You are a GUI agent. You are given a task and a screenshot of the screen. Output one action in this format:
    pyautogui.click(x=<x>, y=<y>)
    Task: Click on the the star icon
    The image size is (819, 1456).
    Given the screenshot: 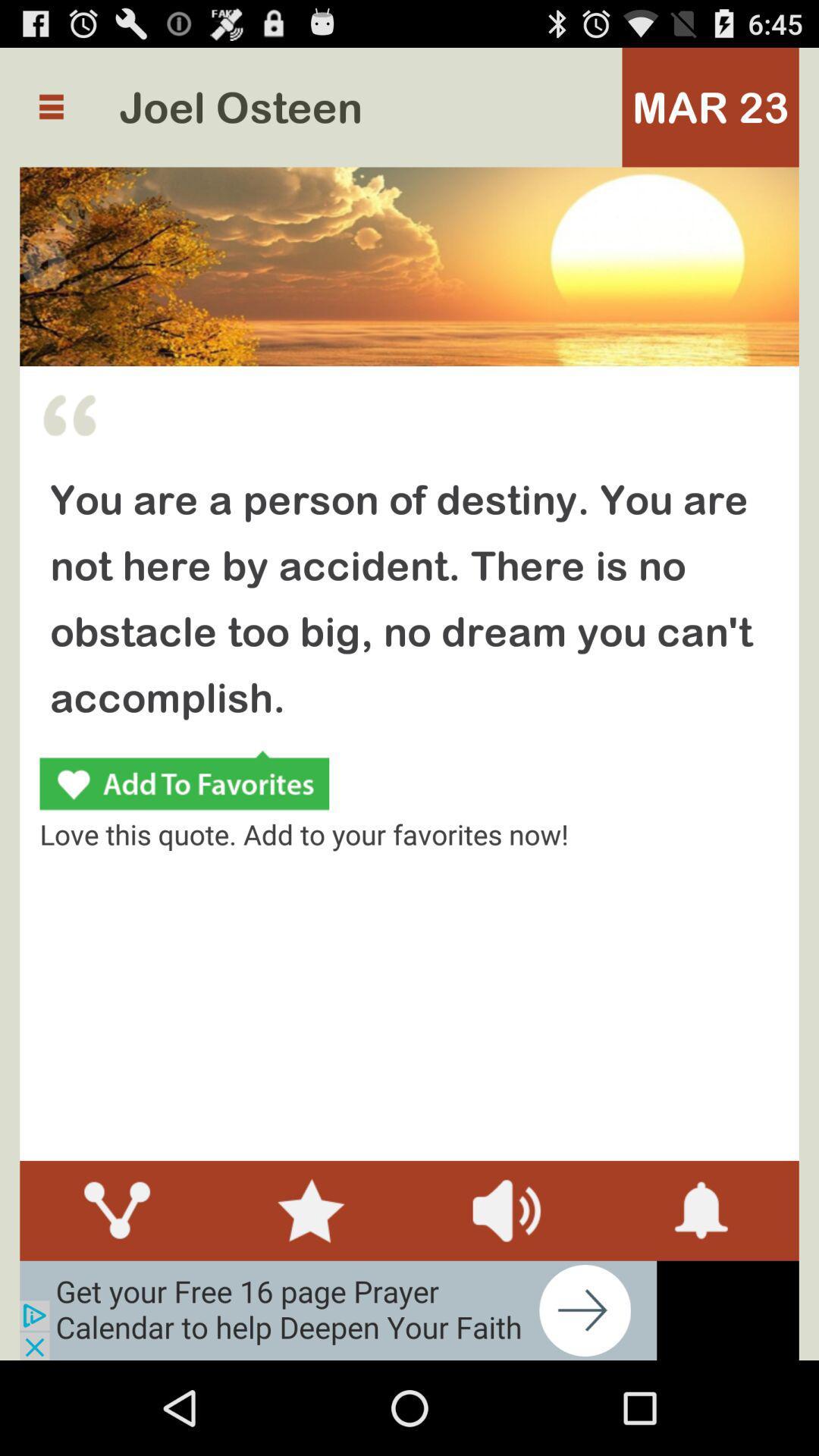 What is the action you would take?
    pyautogui.click(x=311, y=1294)
    